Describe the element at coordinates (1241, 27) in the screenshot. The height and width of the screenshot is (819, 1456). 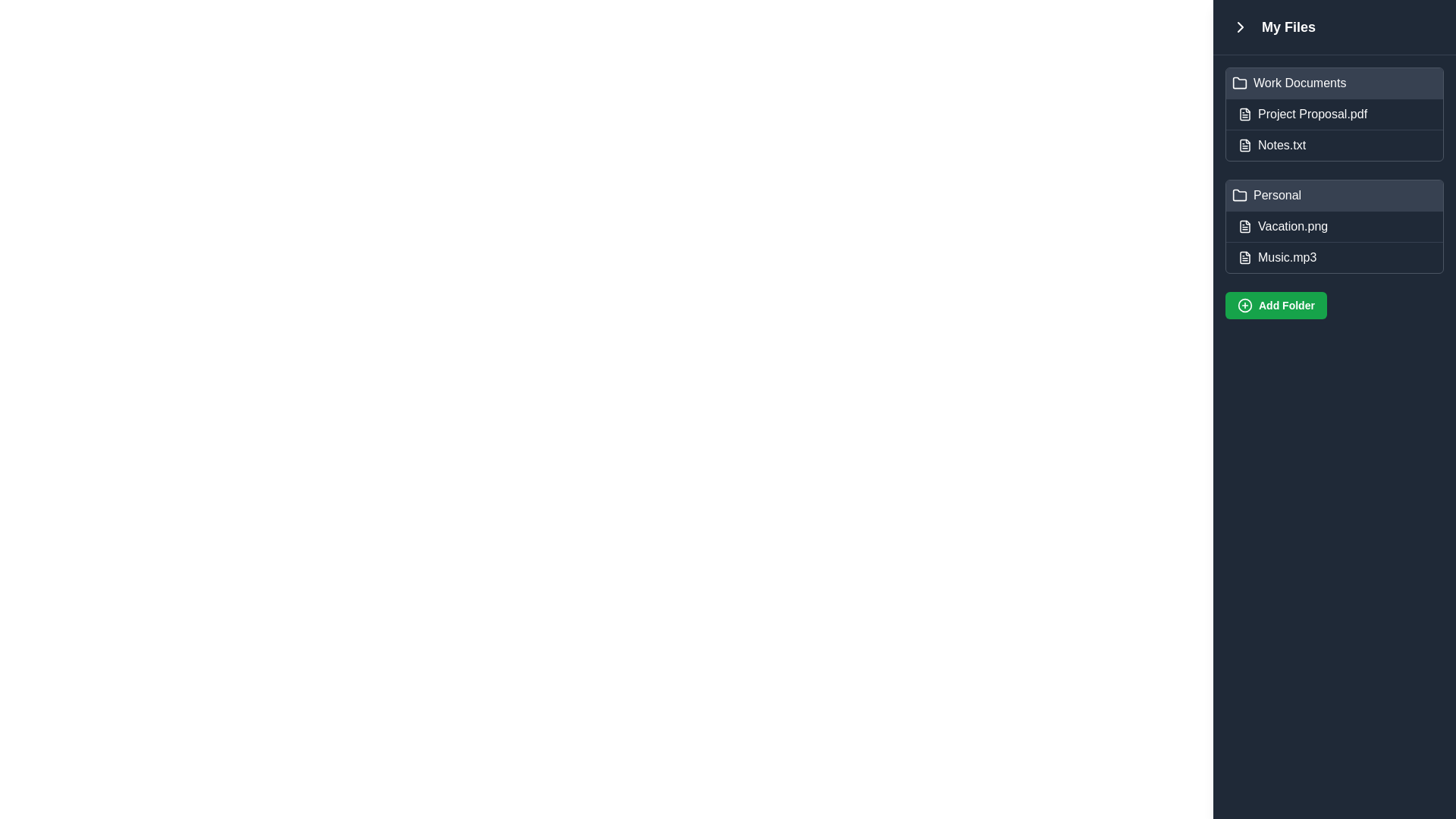
I see `the chevron-right icon in the 'My Files' sidebar` at that location.